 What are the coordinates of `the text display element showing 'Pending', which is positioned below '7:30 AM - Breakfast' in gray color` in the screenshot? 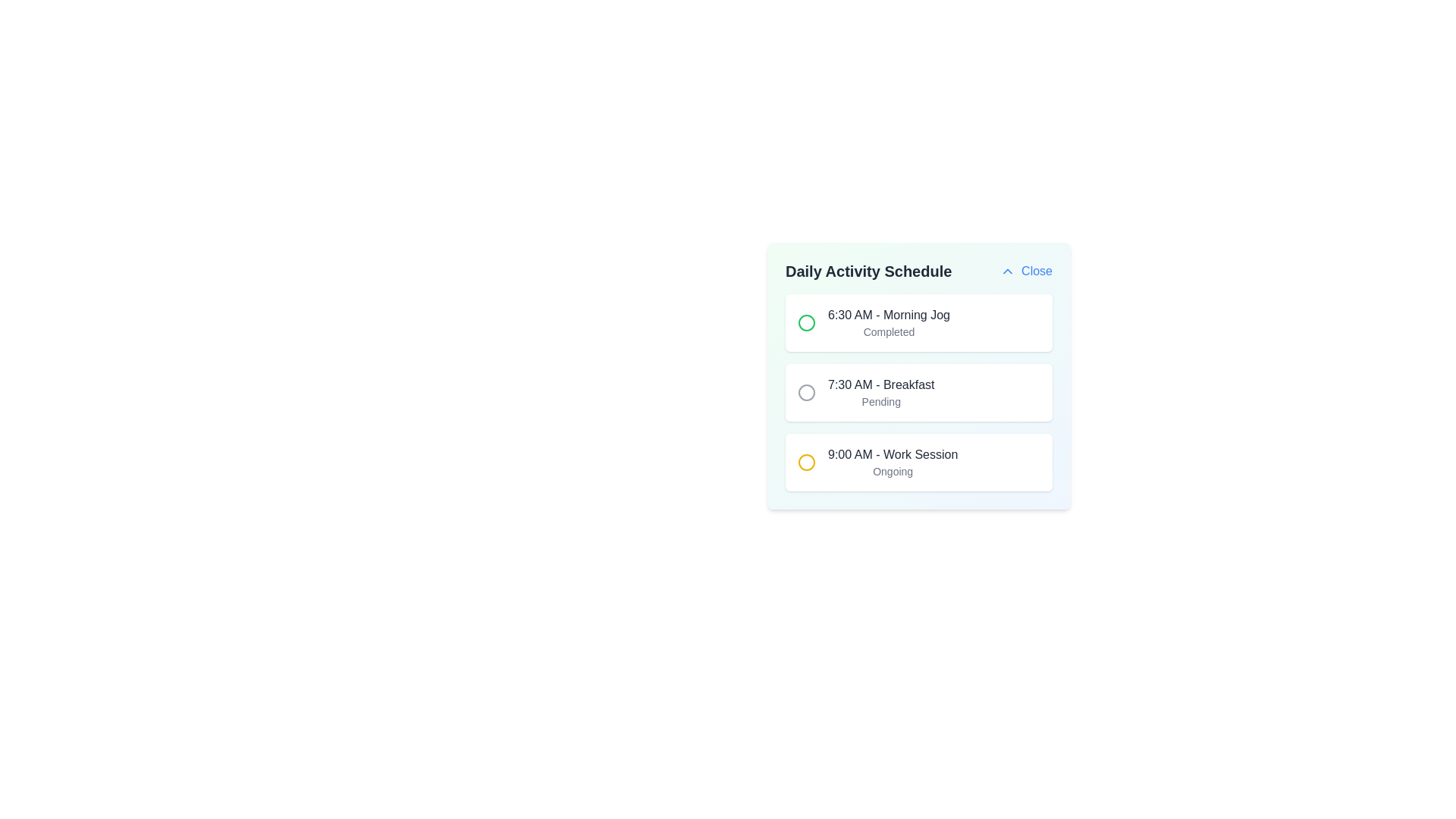 It's located at (881, 400).